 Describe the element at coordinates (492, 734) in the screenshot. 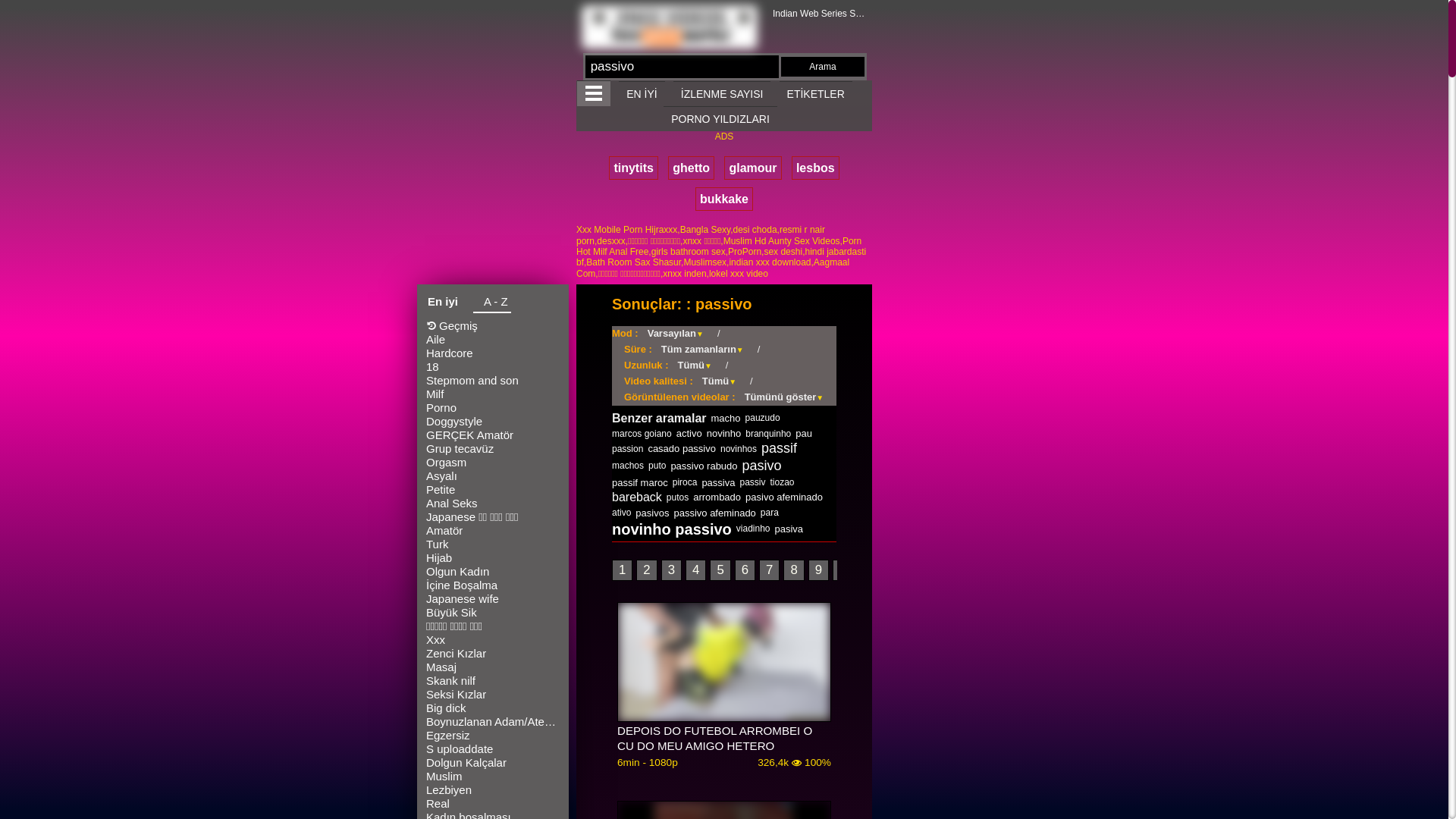

I see `'Egzersiz'` at that location.